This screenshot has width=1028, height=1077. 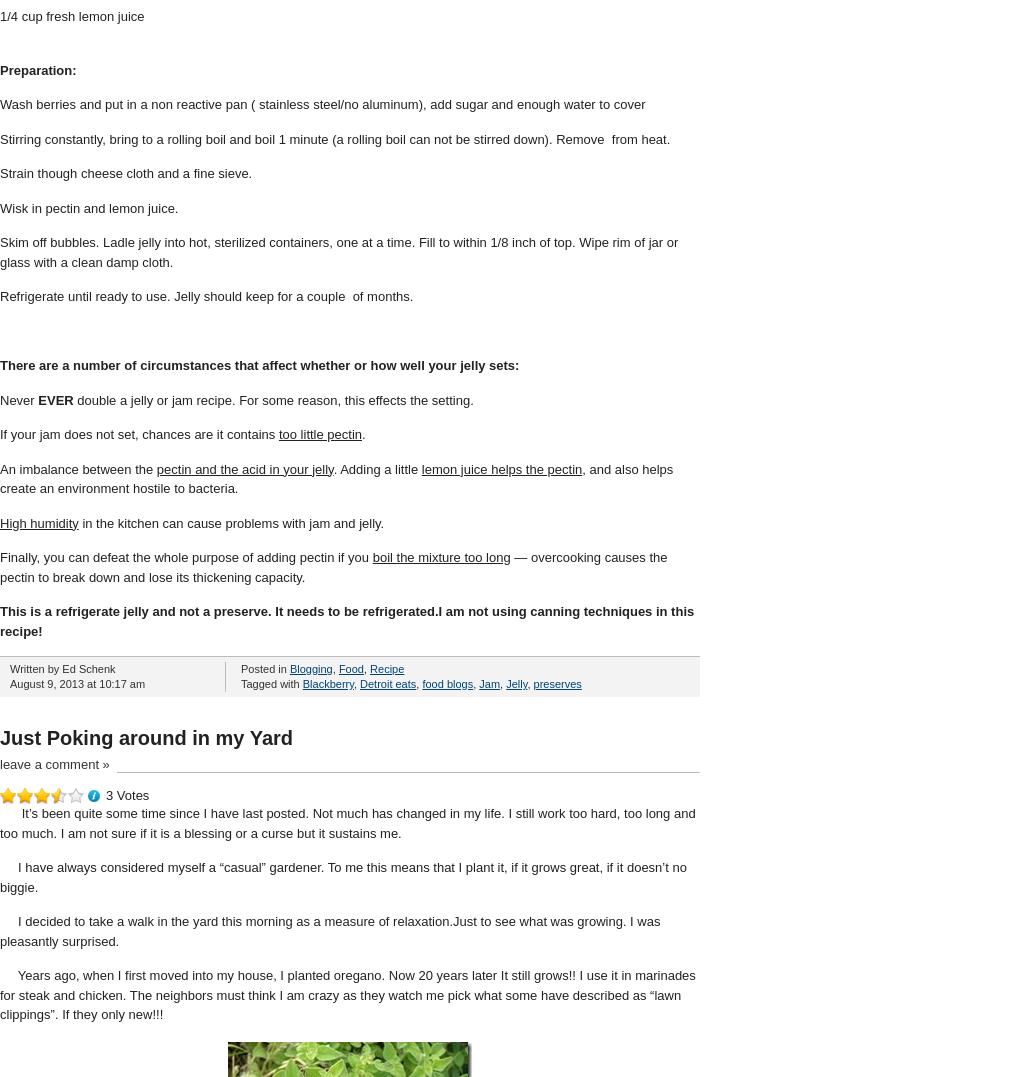 What do you see at coordinates (310, 668) in the screenshot?
I see `'Blogging'` at bounding box center [310, 668].